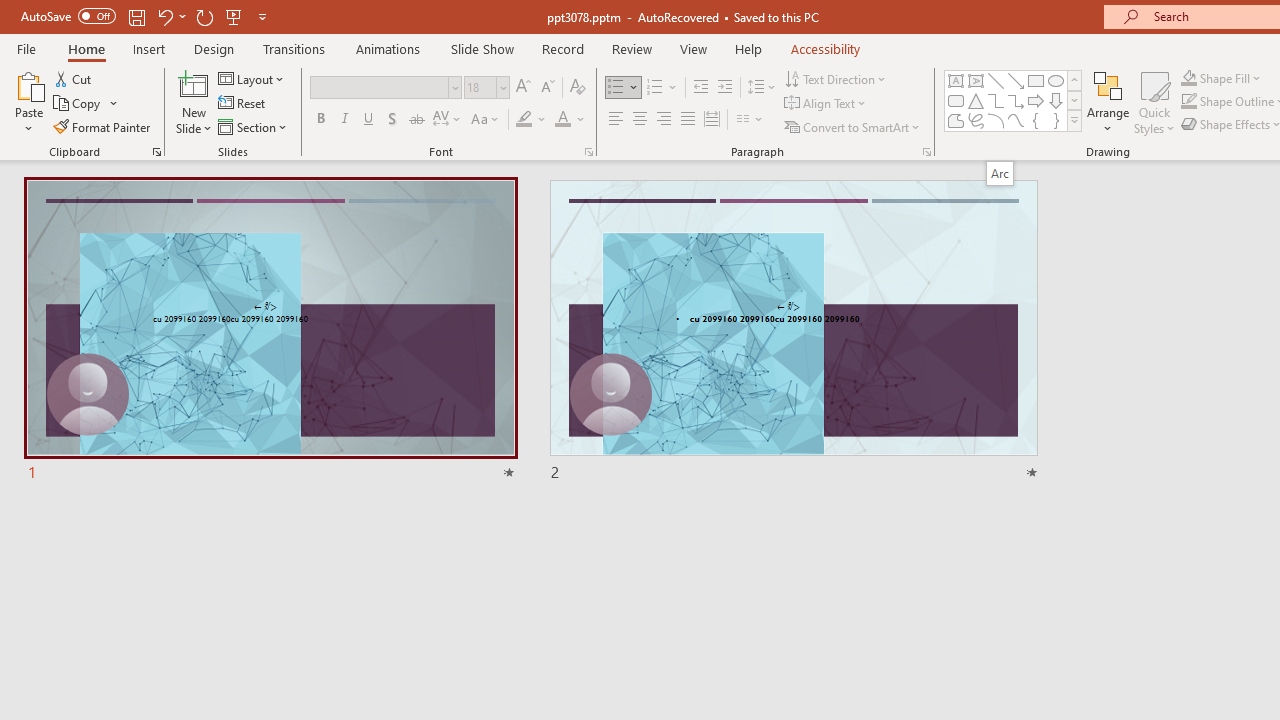 The image size is (1280, 720). What do you see at coordinates (663, 119) in the screenshot?
I see `'Align Right'` at bounding box center [663, 119].